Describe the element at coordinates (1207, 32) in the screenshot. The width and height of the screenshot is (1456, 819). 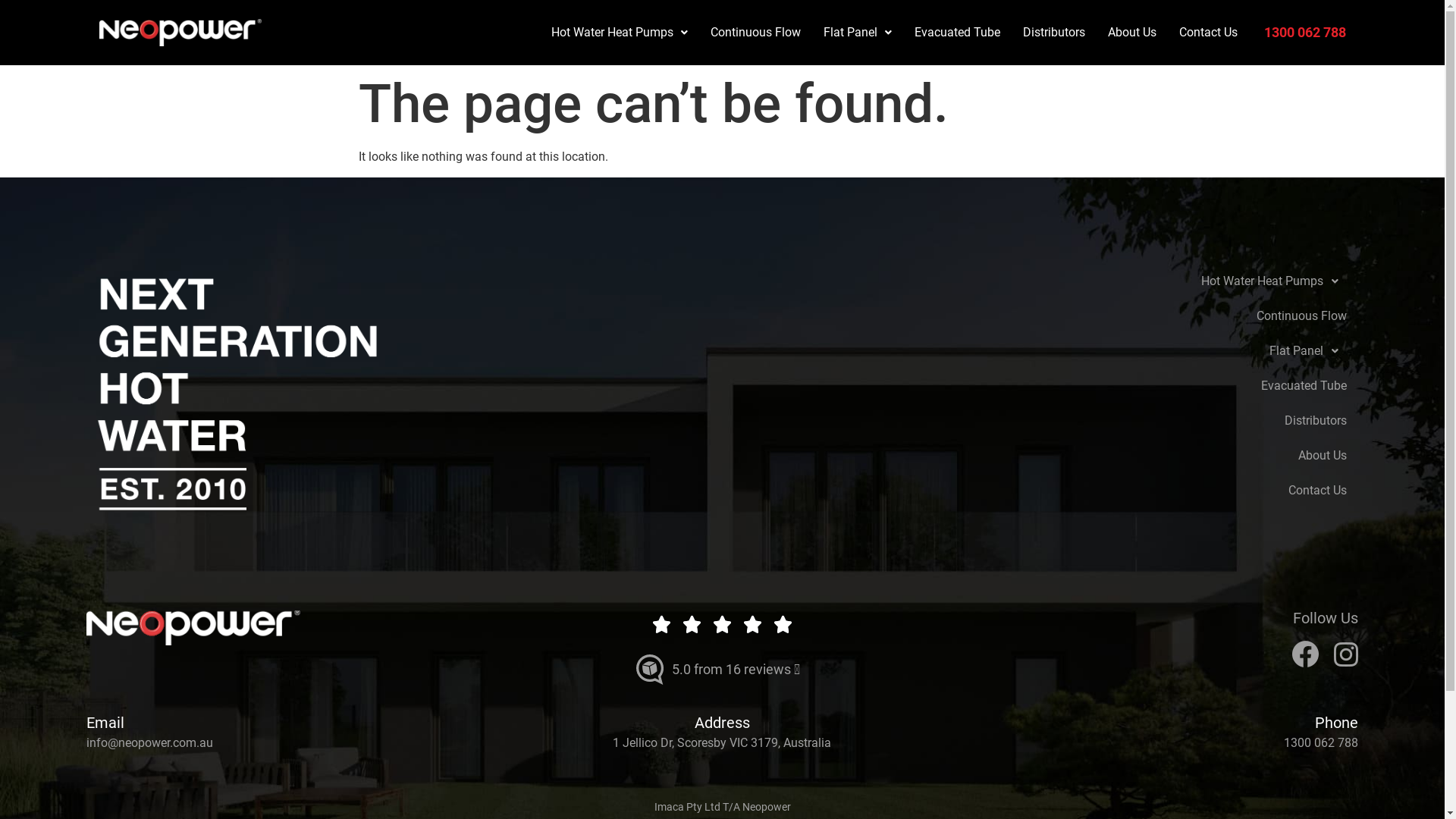
I see `'Contact Us'` at that location.